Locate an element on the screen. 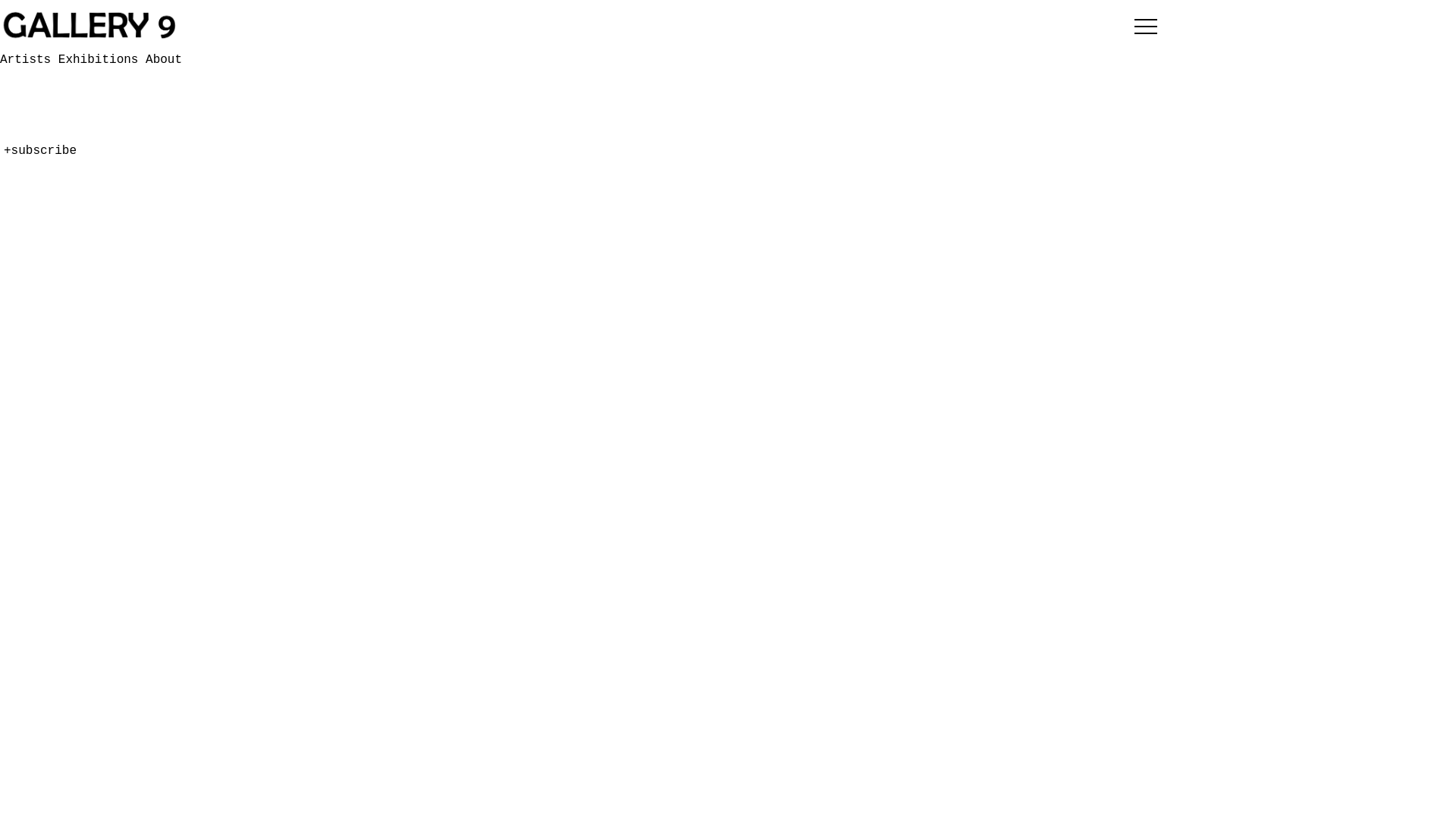 The width and height of the screenshot is (1456, 819). 'About' is located at coordinates (18, 175).